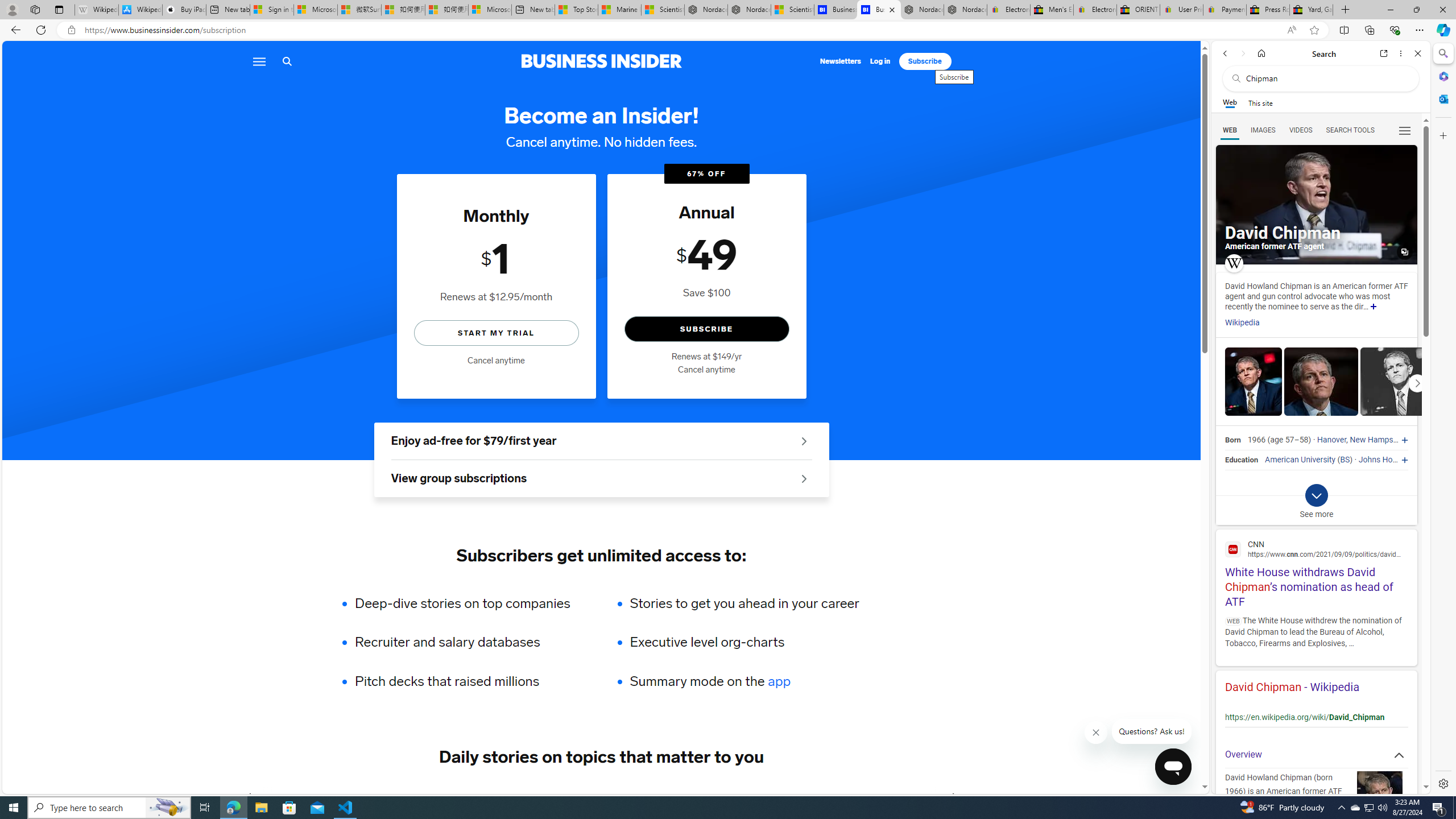 The image size is (1456, 819). I want to click on 'SUBSCRIBE', so click(706, 329).